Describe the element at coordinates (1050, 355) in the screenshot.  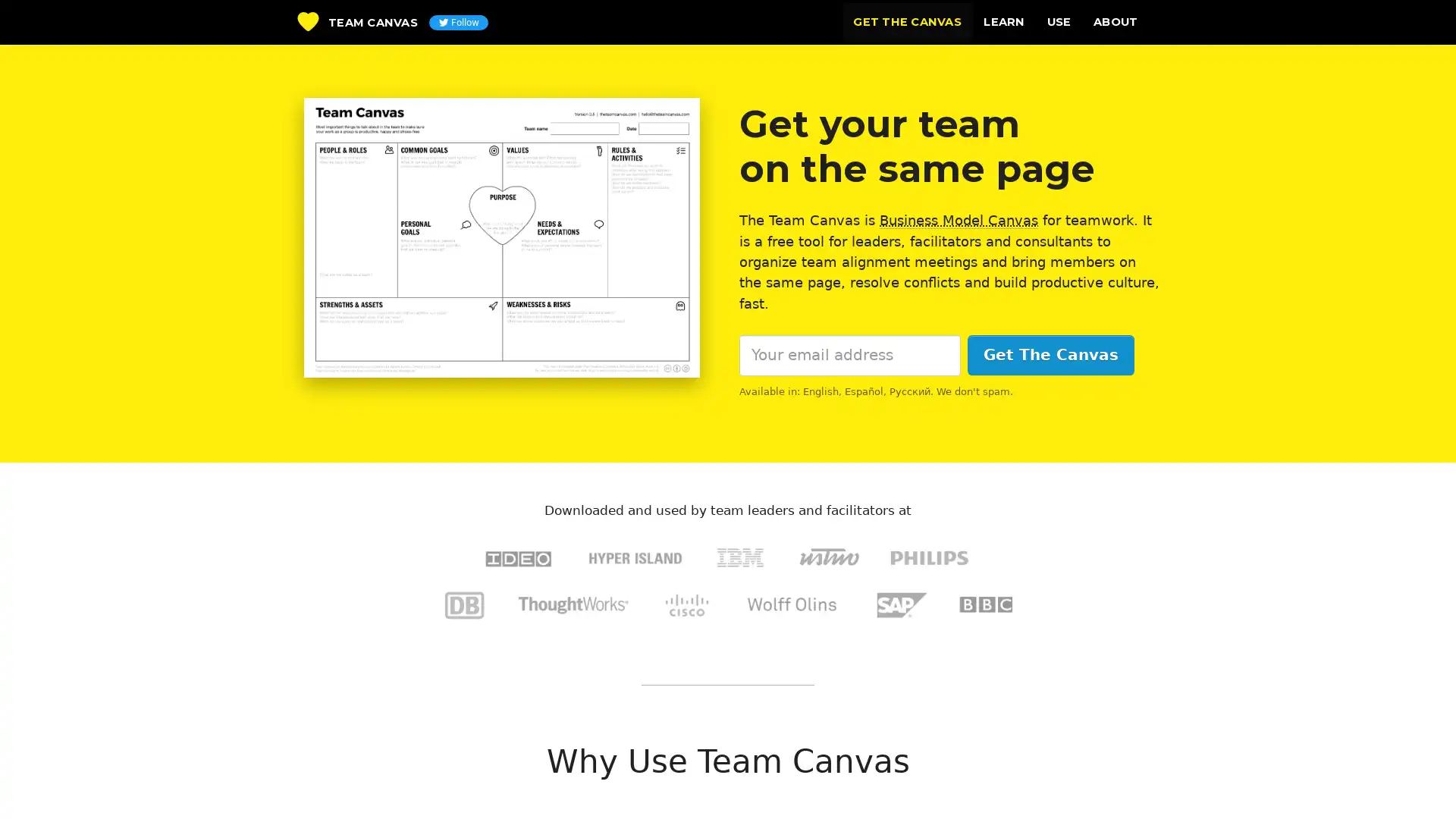
I see `Get The Canvas` at that location.